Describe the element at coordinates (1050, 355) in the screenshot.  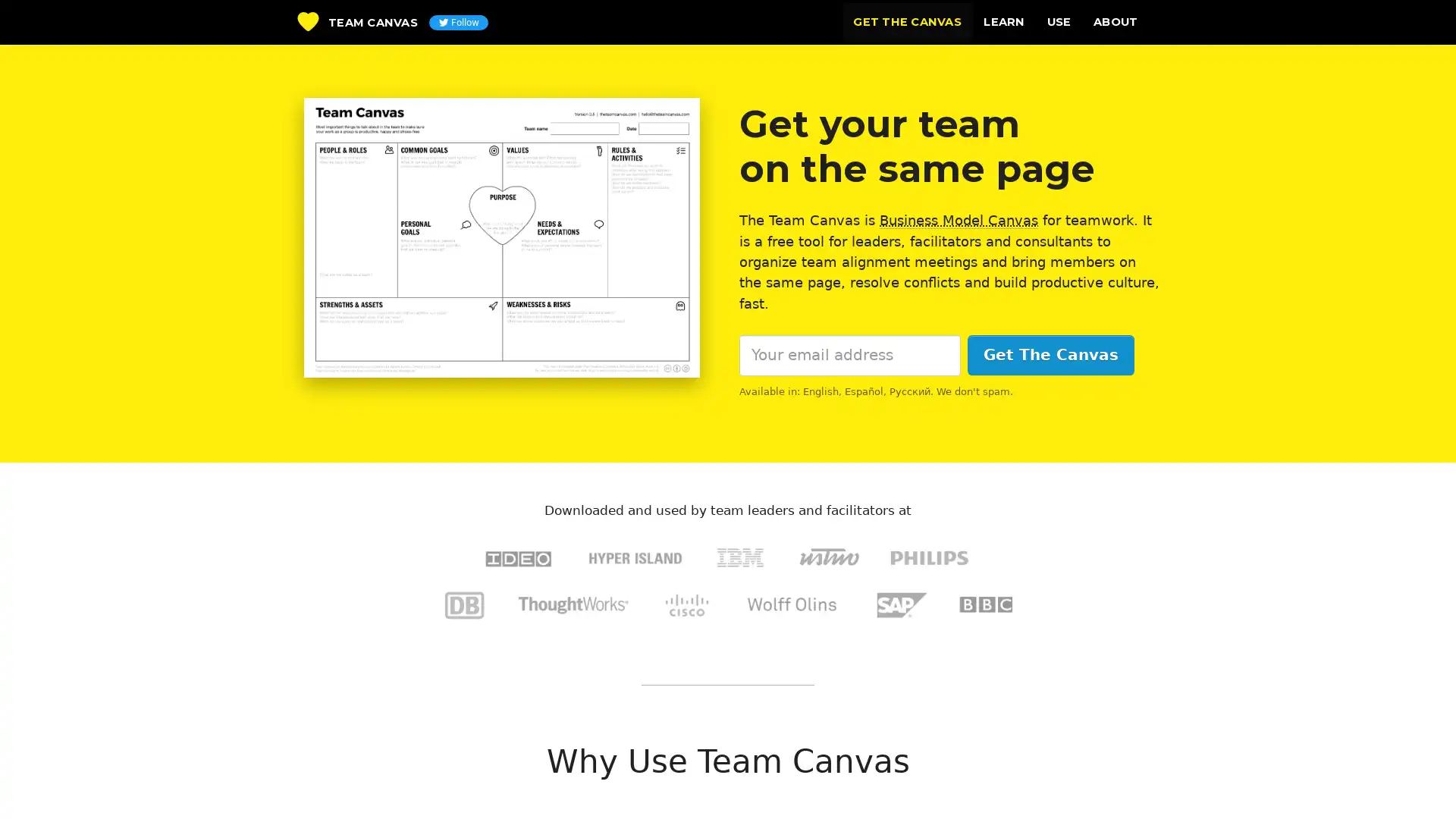
I see `Get The Canvas` at that location.